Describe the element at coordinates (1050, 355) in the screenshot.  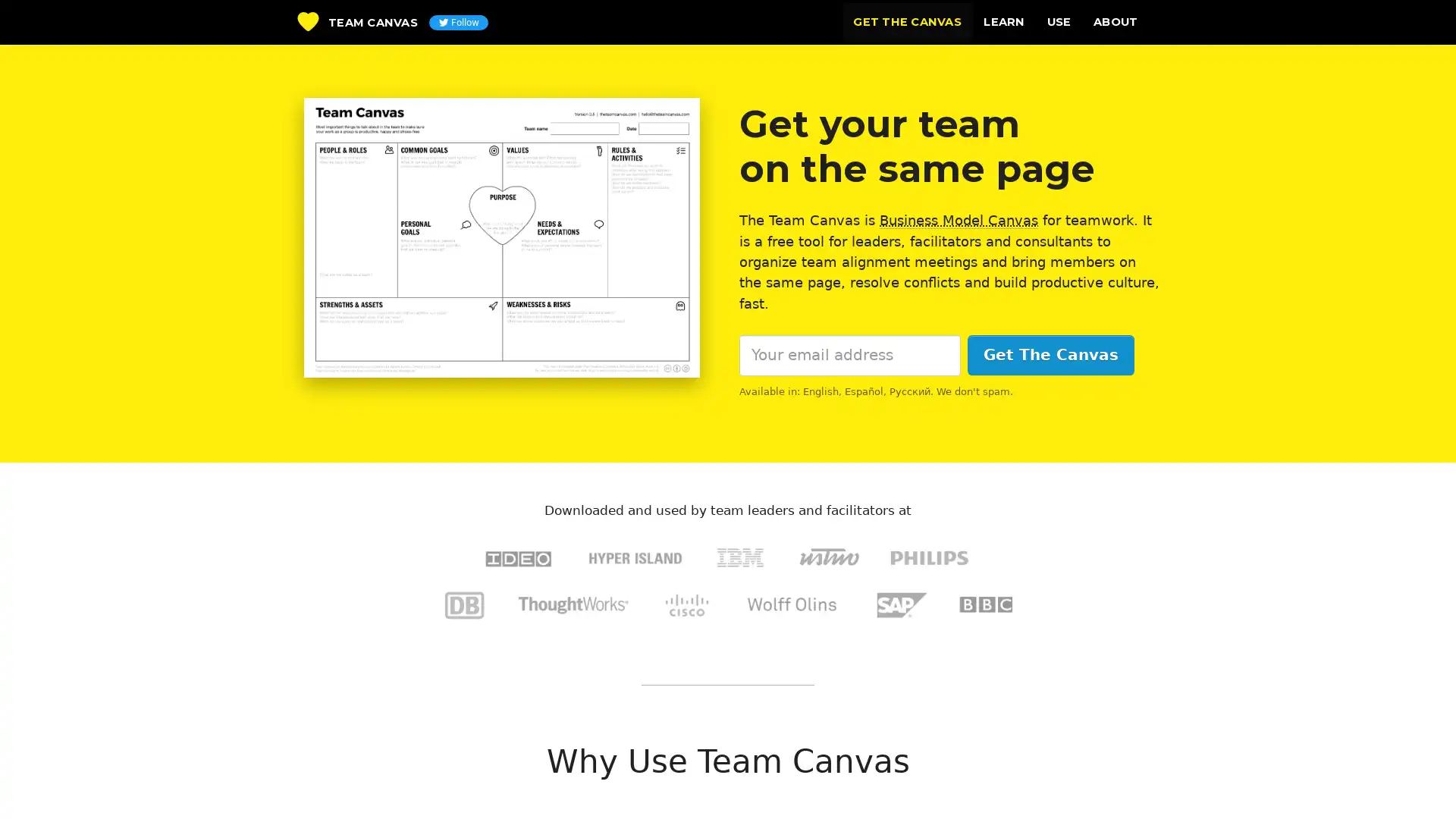
I see `Get The Canvas` at that location.